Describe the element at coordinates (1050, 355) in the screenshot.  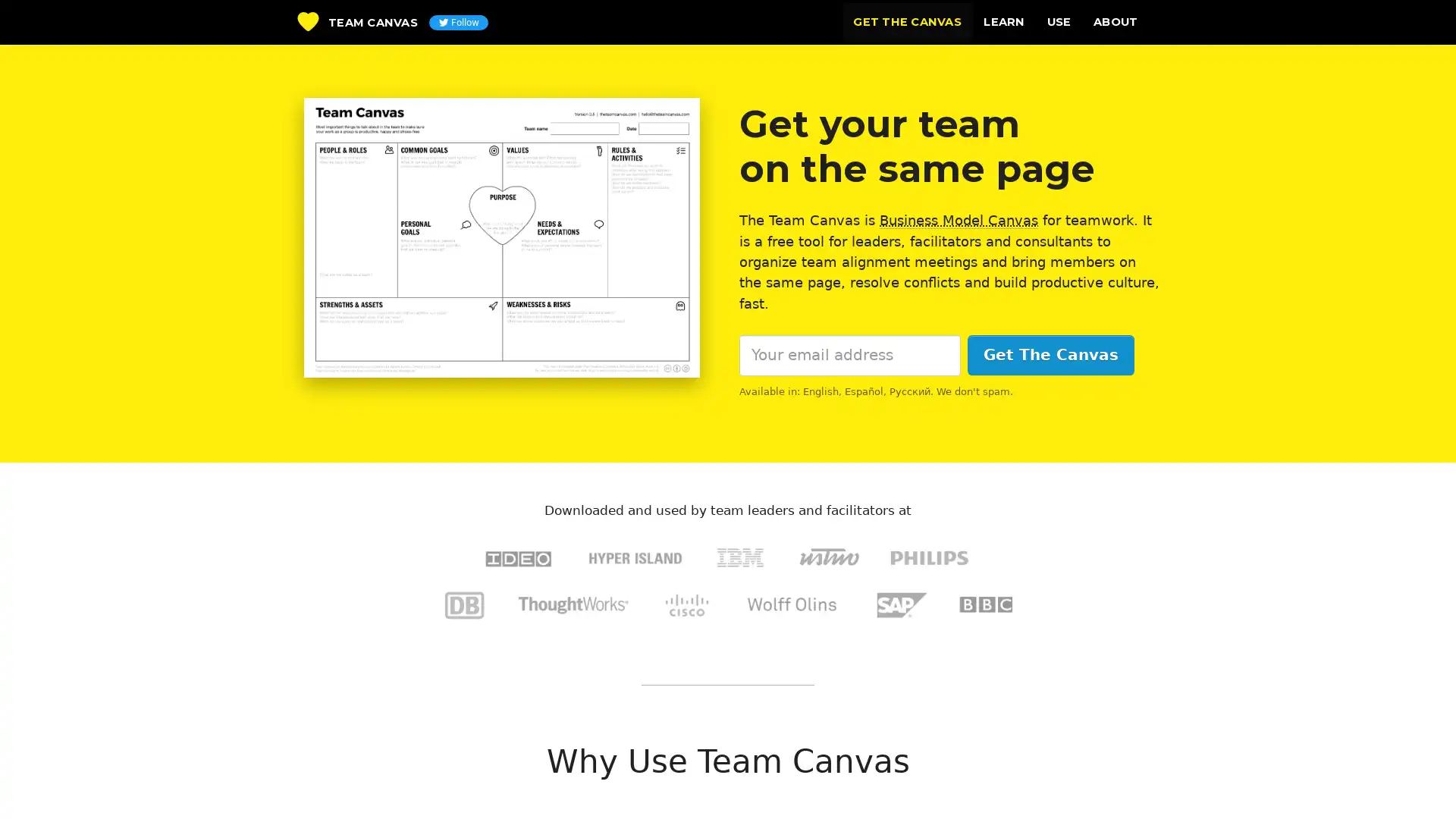
I see `Get The Canvas` at that location.